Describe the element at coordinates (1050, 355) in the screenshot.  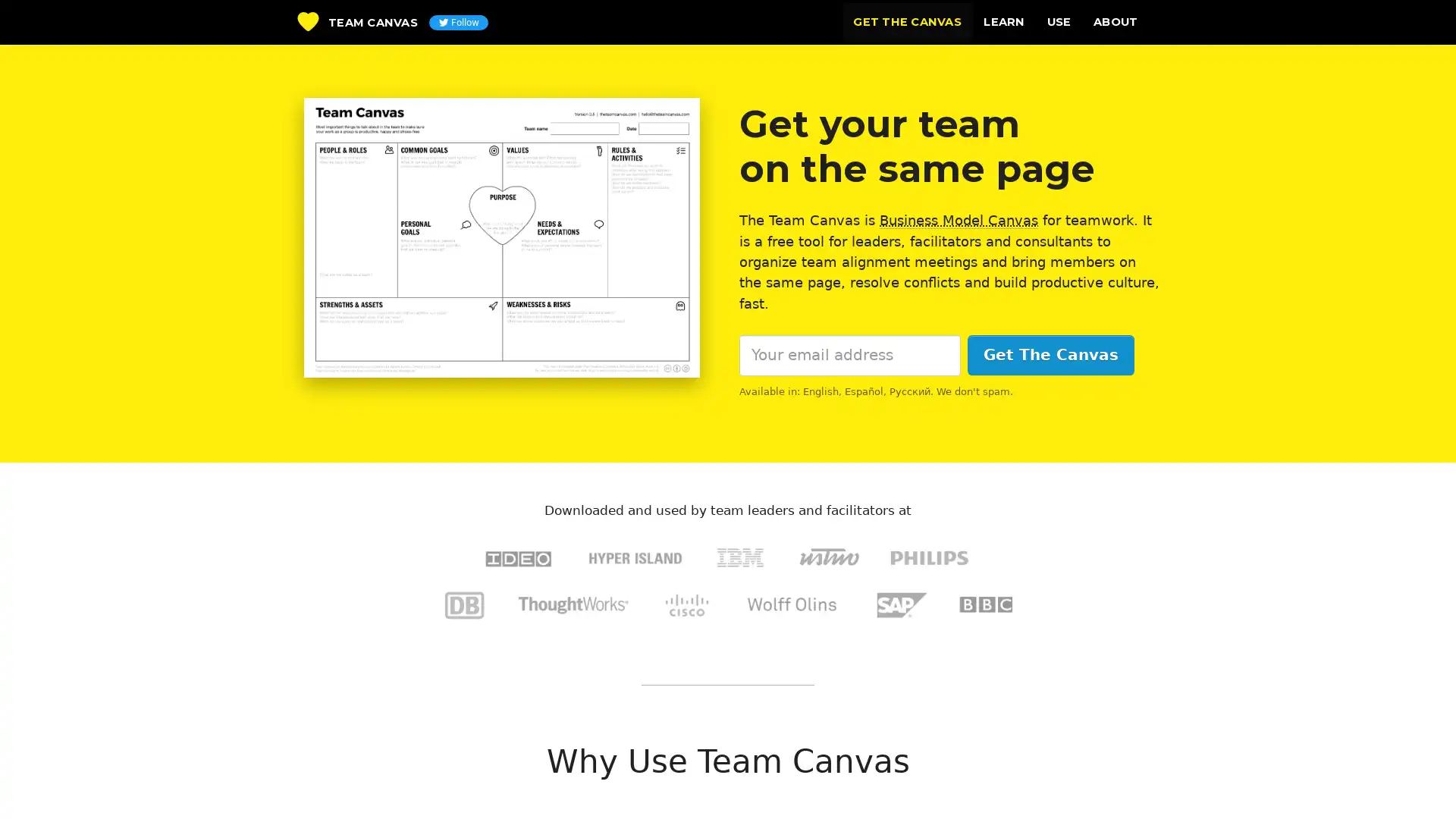
I see `Get The Canvas` at that location.